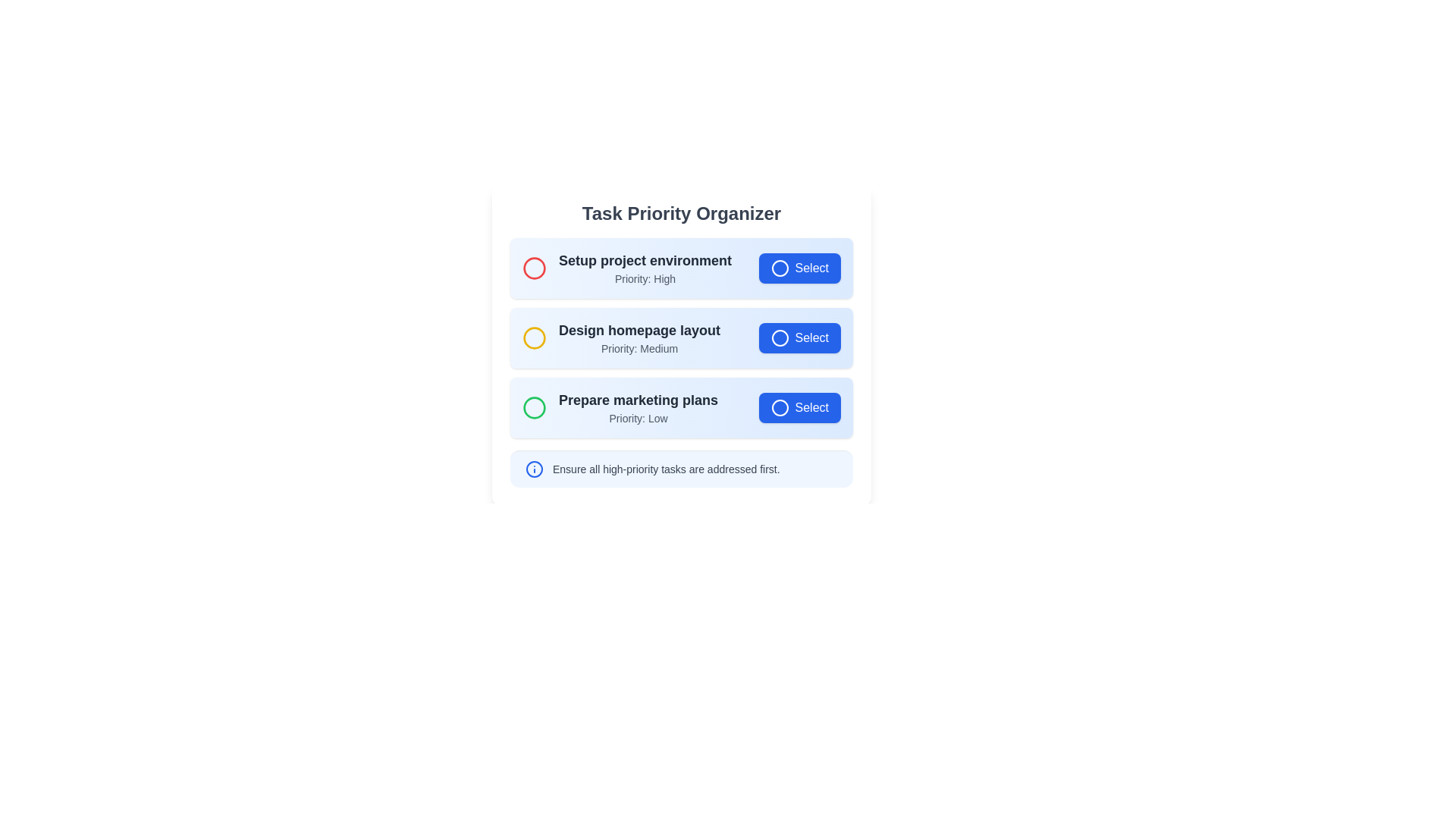 The height and width of the screenshot is (819, 1456). I want to click on the text display element that shows the task's name and priority level, located in the third task entry of the 'Task Priority Organizer', between 'Design homepage layout' and the 'Select' button, so click(620, 406).